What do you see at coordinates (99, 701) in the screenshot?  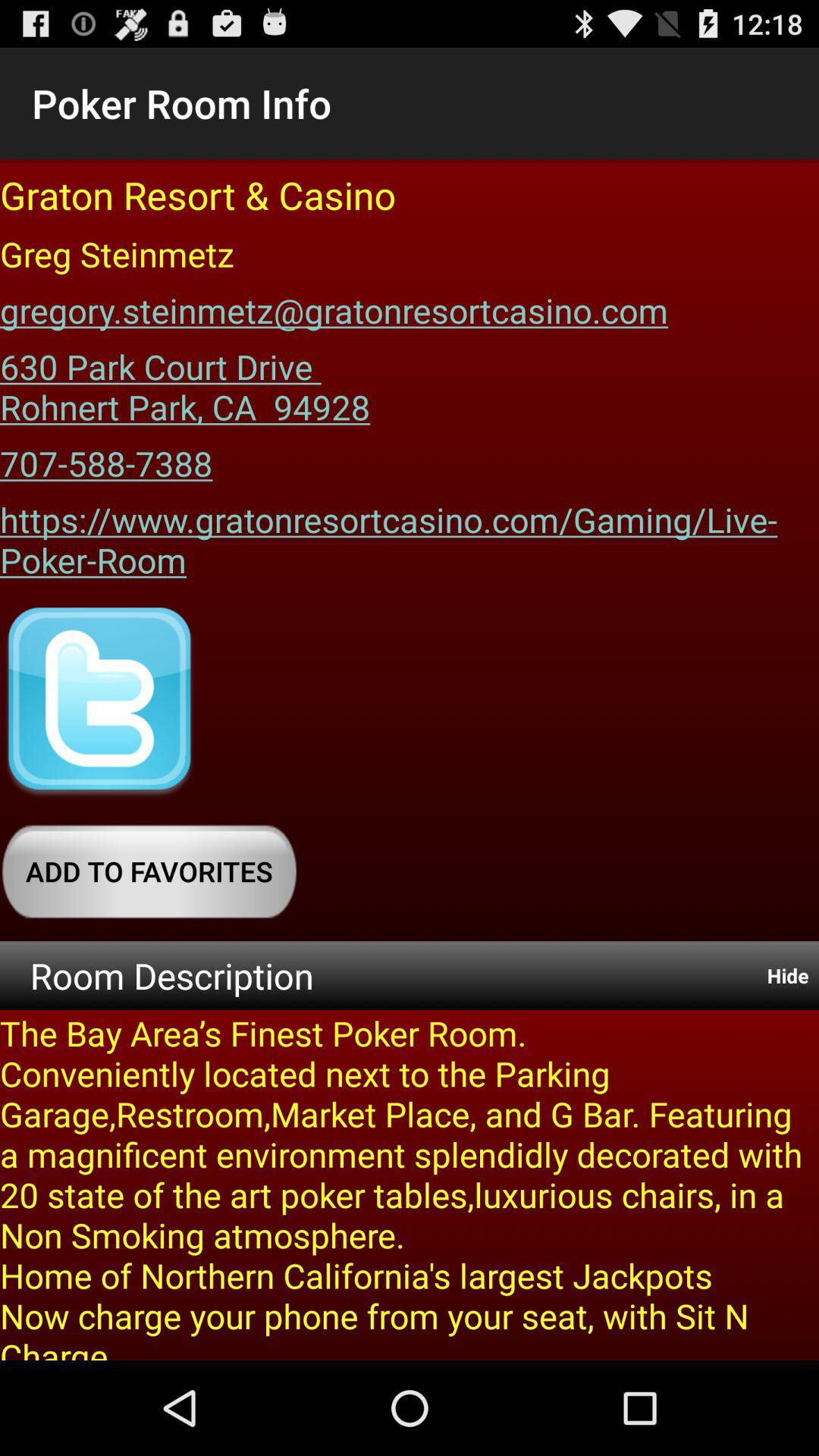 I see `item below the https www gratonresortcasino item` at bounding box center [99, 701].